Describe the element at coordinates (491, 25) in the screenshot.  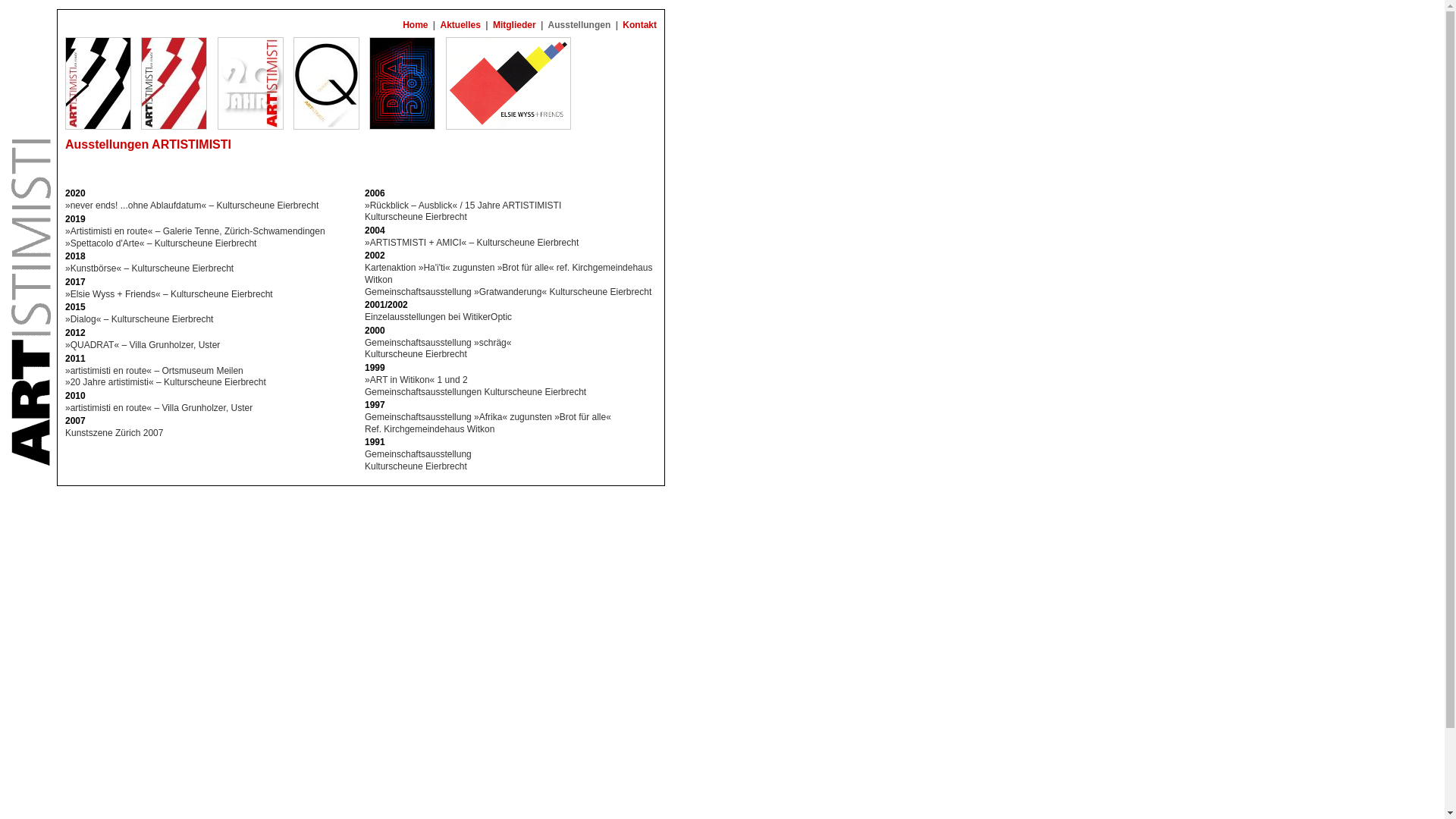
I see `'Mitglieder'` at that location.